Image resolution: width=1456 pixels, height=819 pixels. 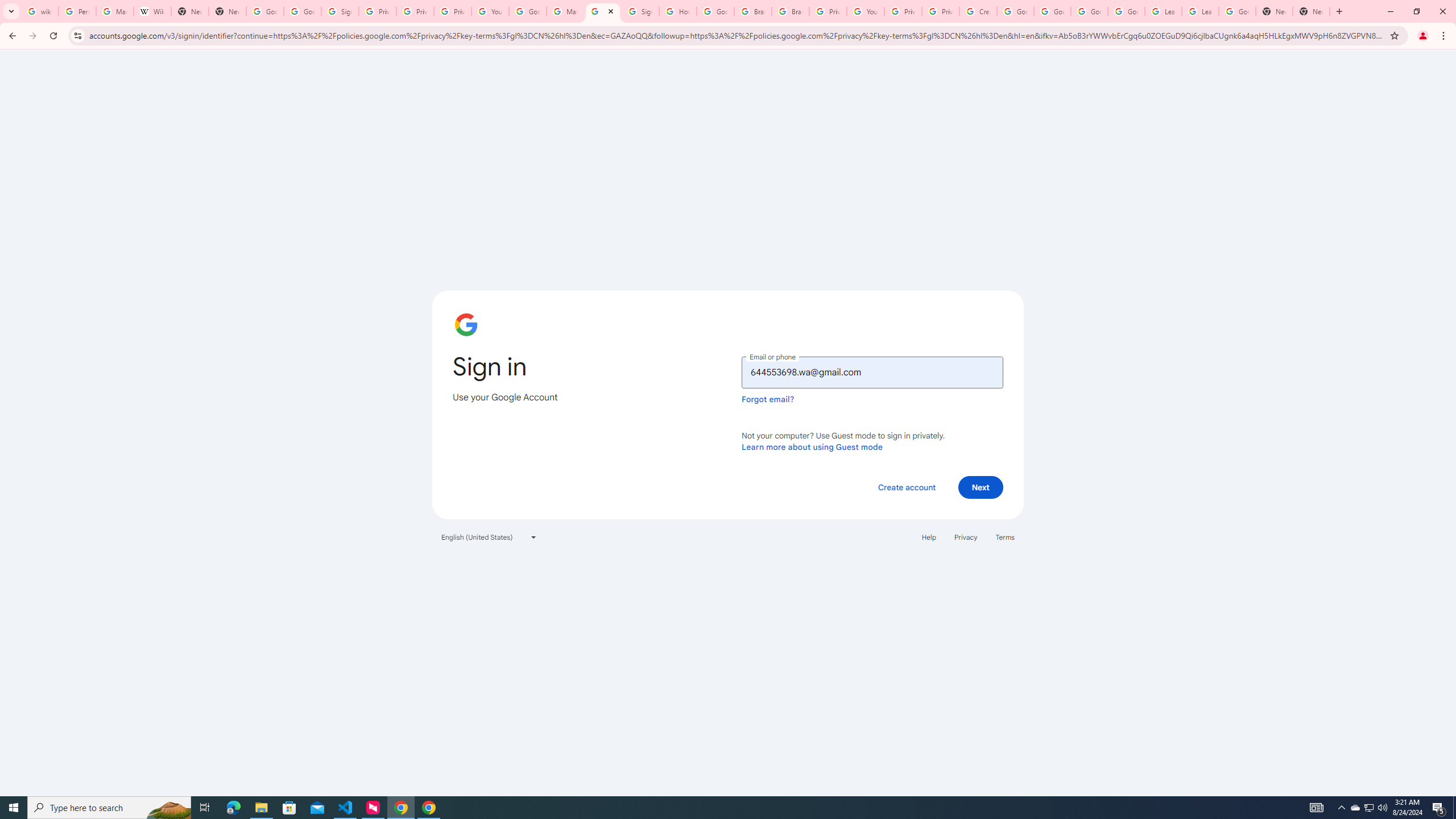 I want to click on 'New Tab', so click(x=1310, y=11).